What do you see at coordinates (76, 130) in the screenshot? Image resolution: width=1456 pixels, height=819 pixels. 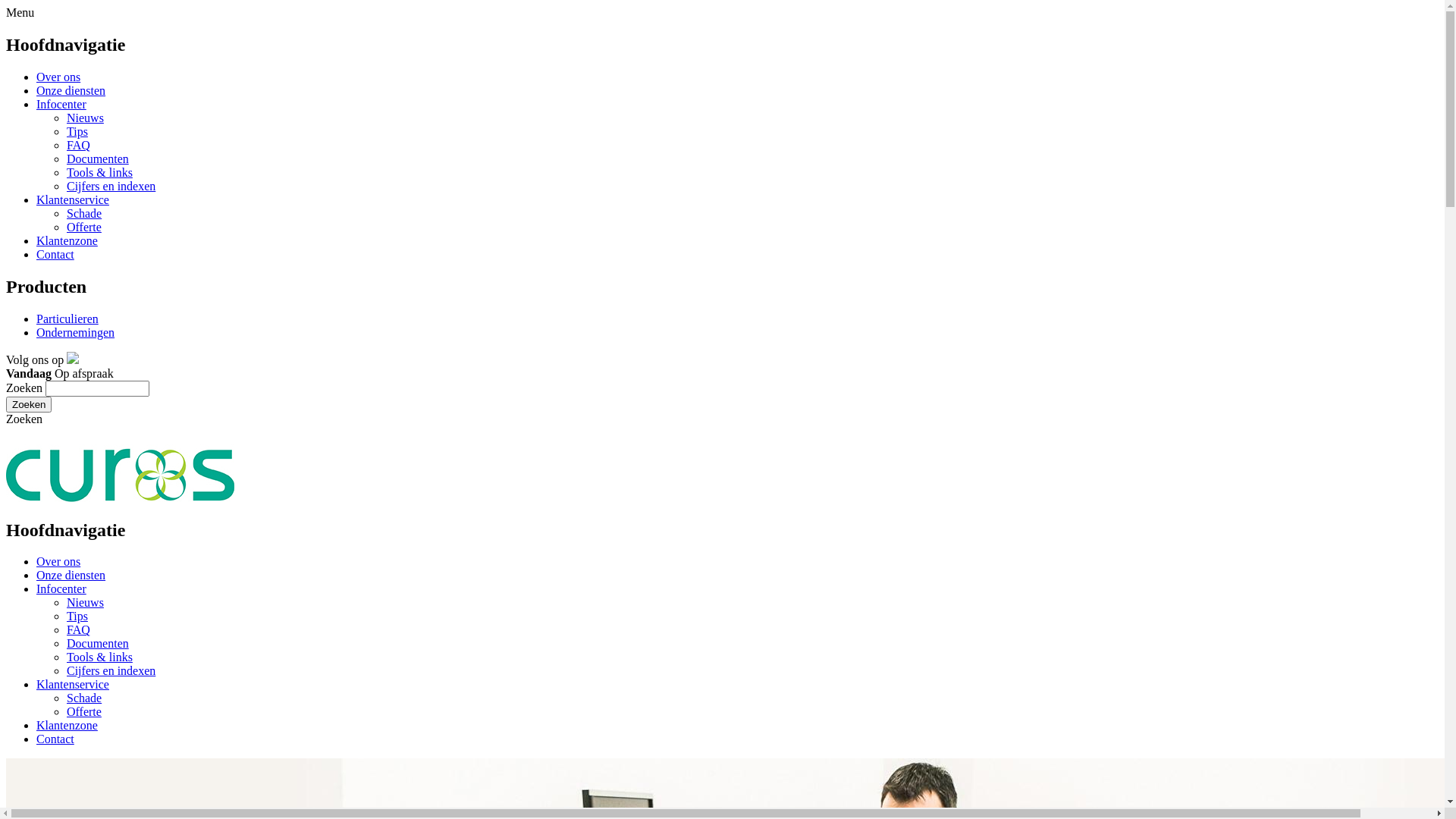 I see `'Tips'` at bounding box center [76, 130].